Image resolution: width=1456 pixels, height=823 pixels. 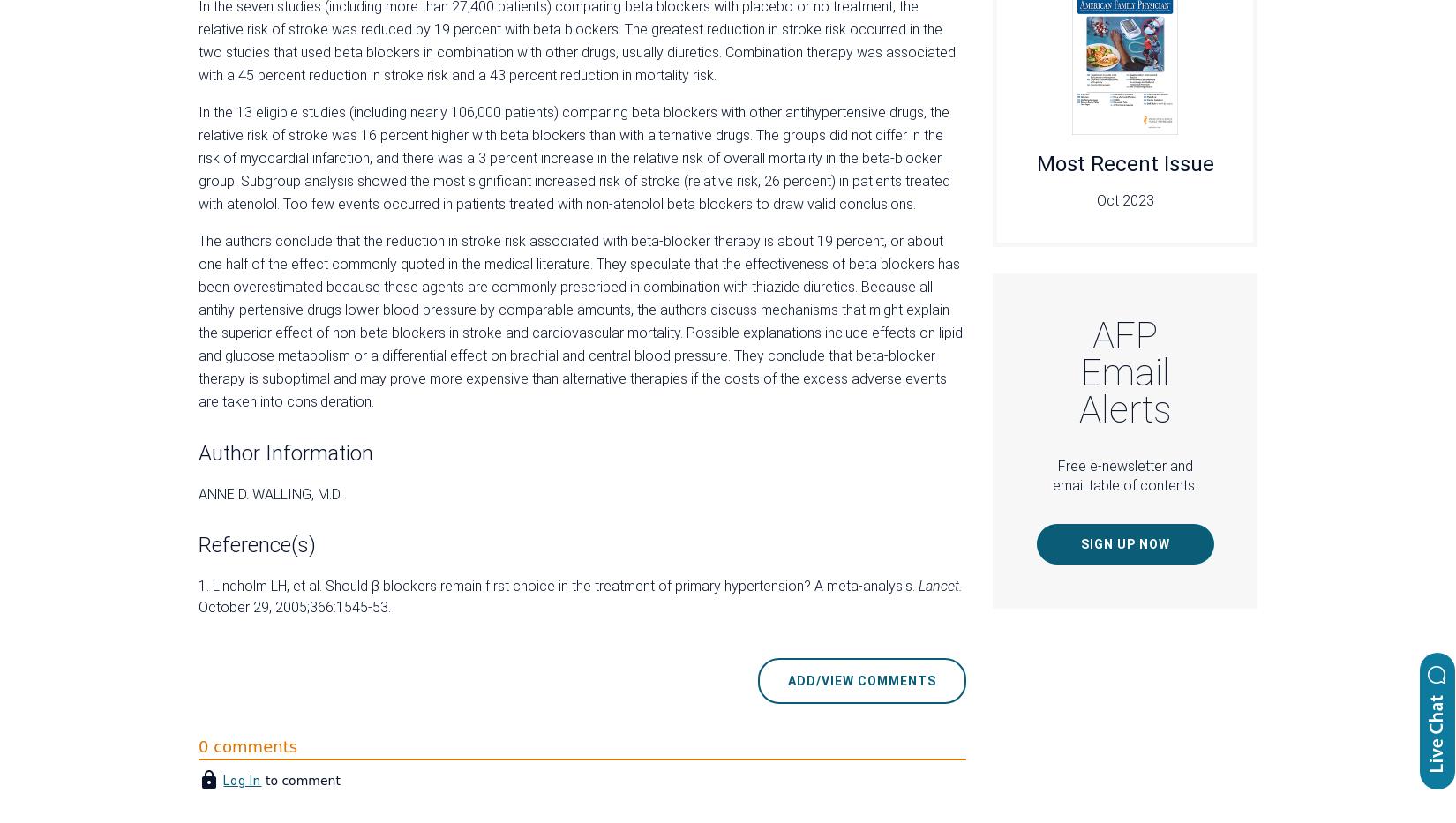 What do you see at coordinates (780, 590) in the screenshot?
I see `'Services'` at bounding box center [780, 590].